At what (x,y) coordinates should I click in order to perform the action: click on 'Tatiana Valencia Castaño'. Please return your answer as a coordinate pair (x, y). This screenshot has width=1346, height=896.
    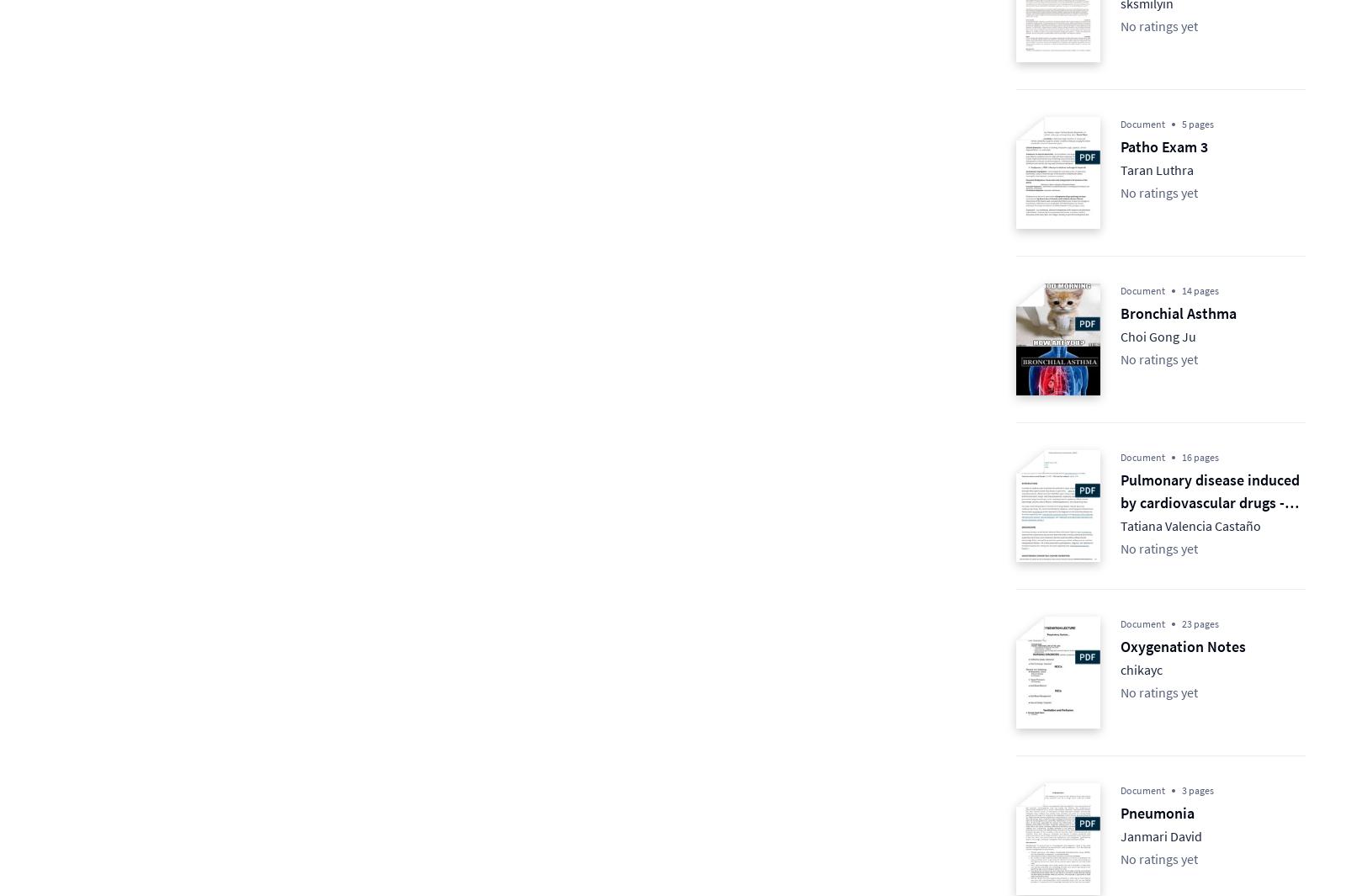
    Looking at the image, I should click on (1190, 526).